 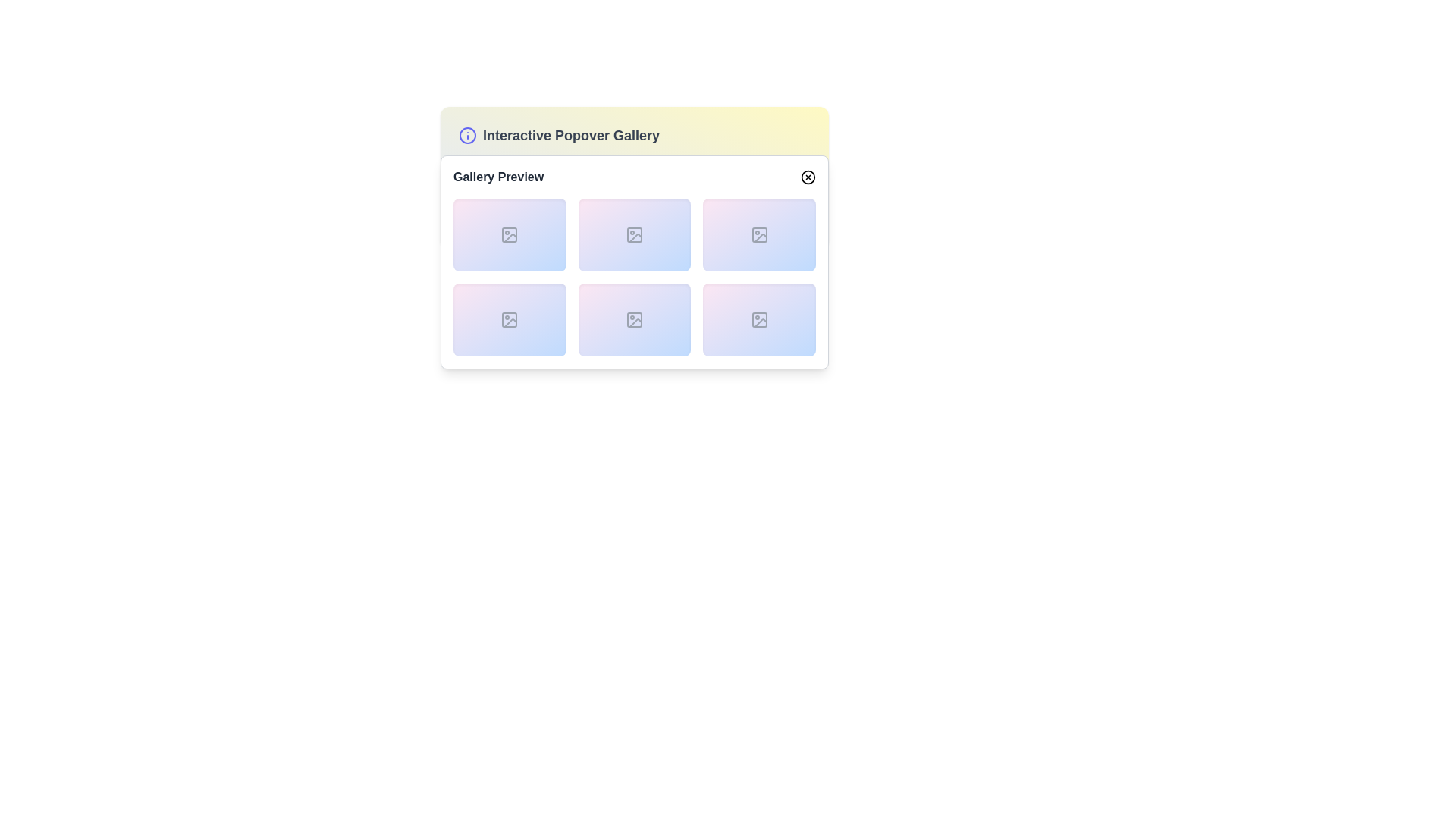 I want to click on the SVG icon representing a placeholder image element, which is styled in gray and located centrally within the second column of the second row of a grid layout, so click(x=510, y=318).